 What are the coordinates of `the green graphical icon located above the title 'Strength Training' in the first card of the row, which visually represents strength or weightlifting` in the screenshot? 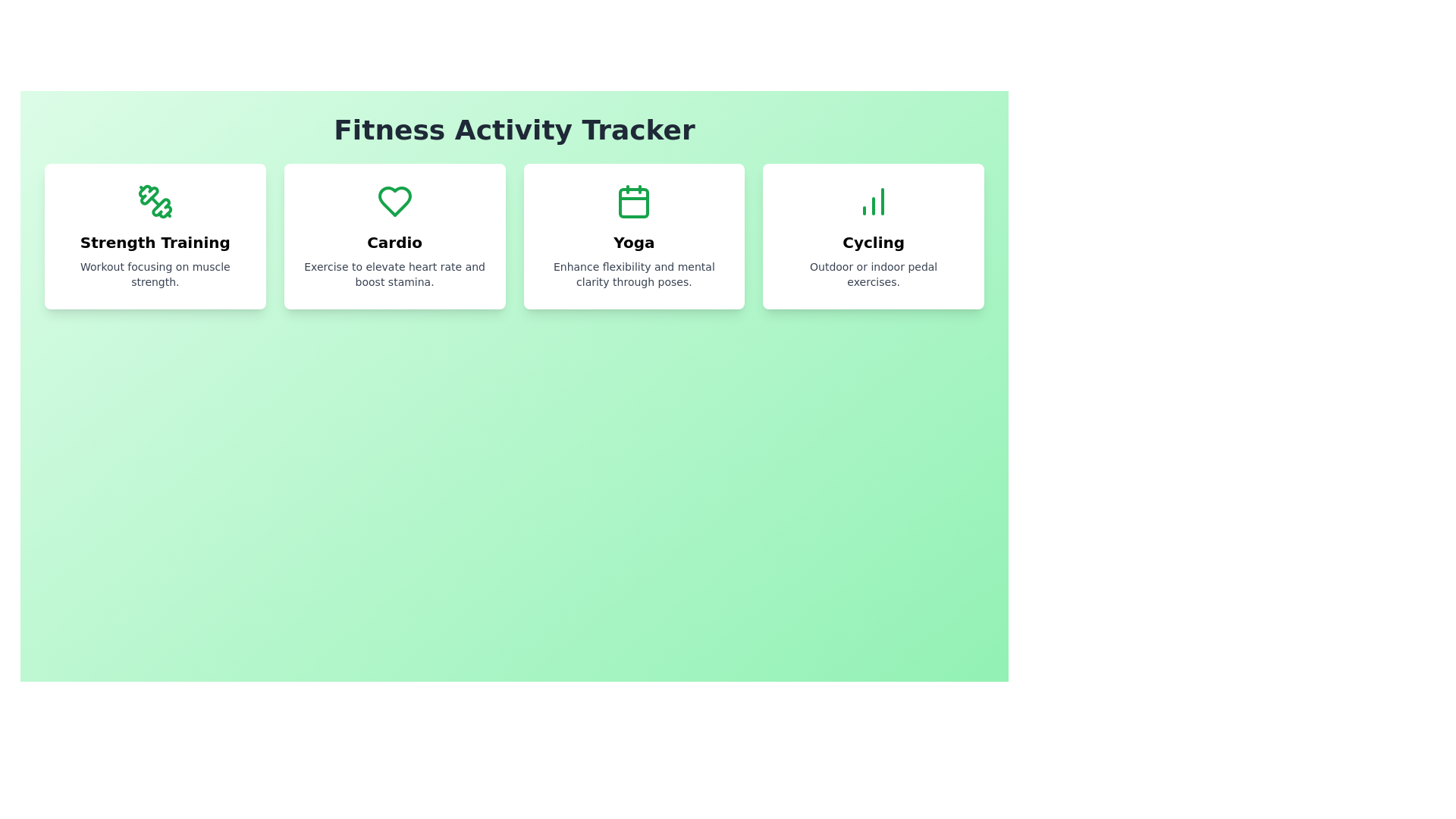 It's located at (162, 208).